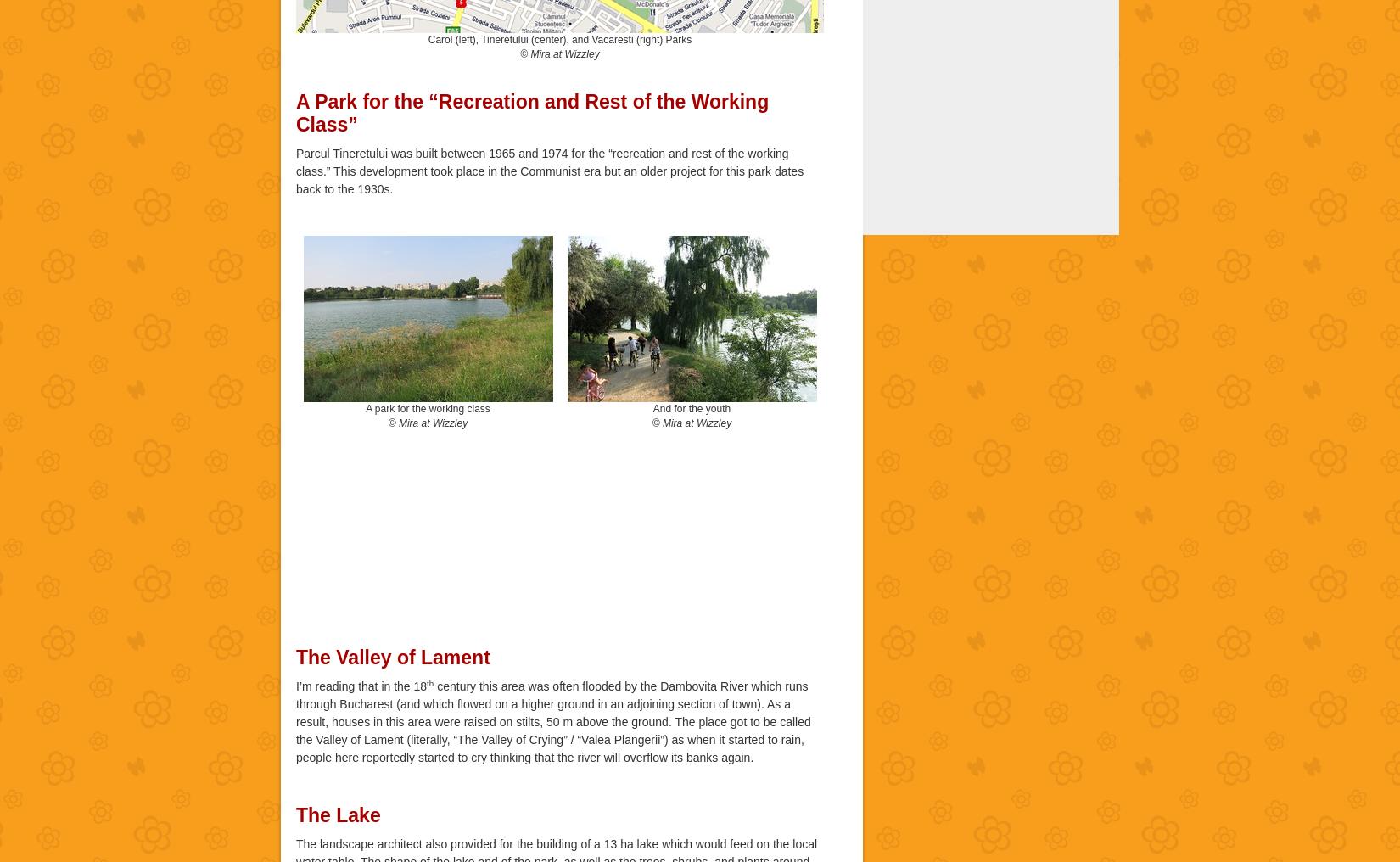  I want to click on 'century this area was often flooded by the Dambovita River which runs through Bucharest (and which flowed on a higher ground in an adjoining section of town). As a result, houses in this area were raised on stilts, 50 m above the ground. The place got to be called the Valley of Lament (literally, “The Valley of Crying” / “Valea Plangerii”) as when it started to rain, people here reportedly started to cry thinking that the river will overflow its banks again.', so click(552, 720).